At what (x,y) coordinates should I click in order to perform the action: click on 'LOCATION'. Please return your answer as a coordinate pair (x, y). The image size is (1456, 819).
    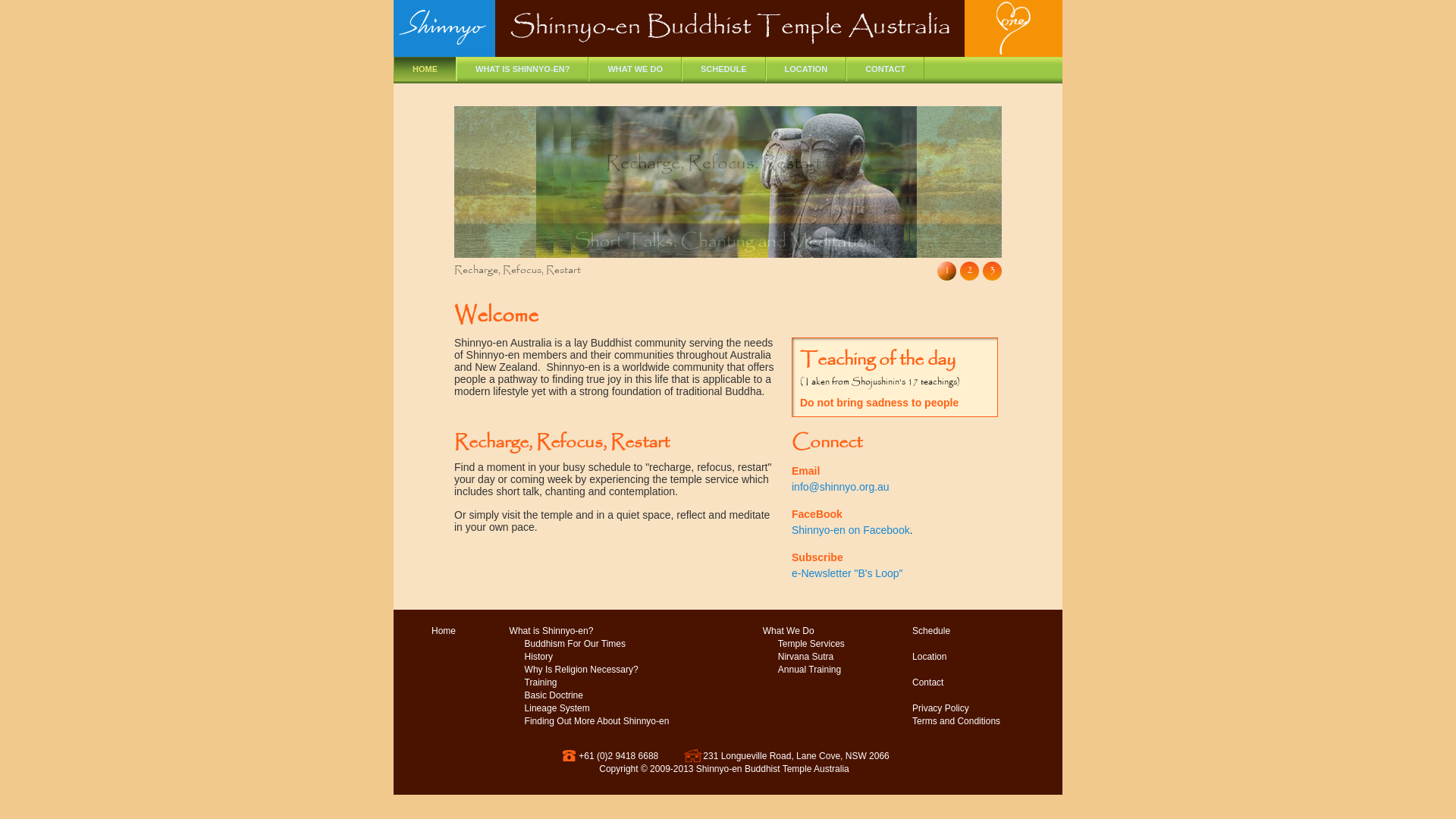
    Looking at the image, I should click on (765, 69).